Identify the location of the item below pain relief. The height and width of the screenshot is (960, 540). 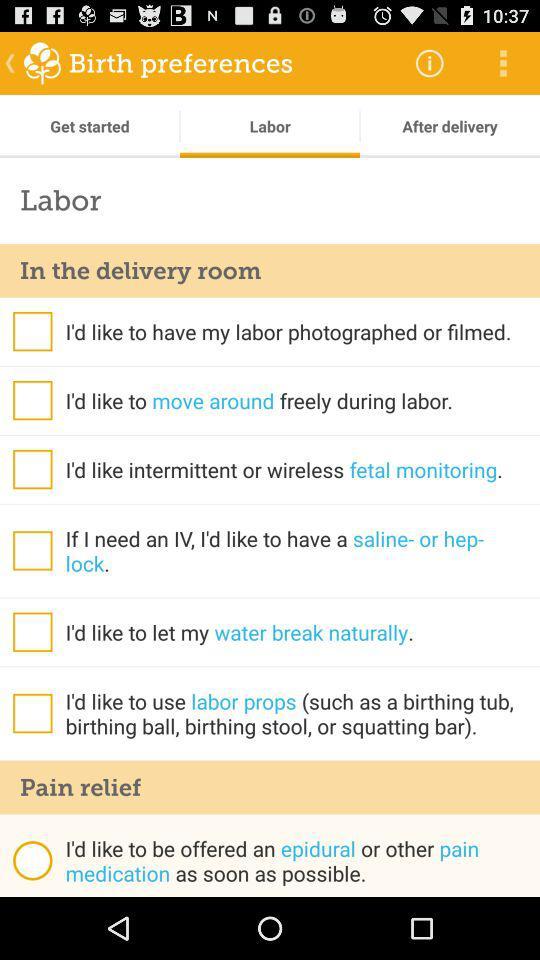
(31, 859).